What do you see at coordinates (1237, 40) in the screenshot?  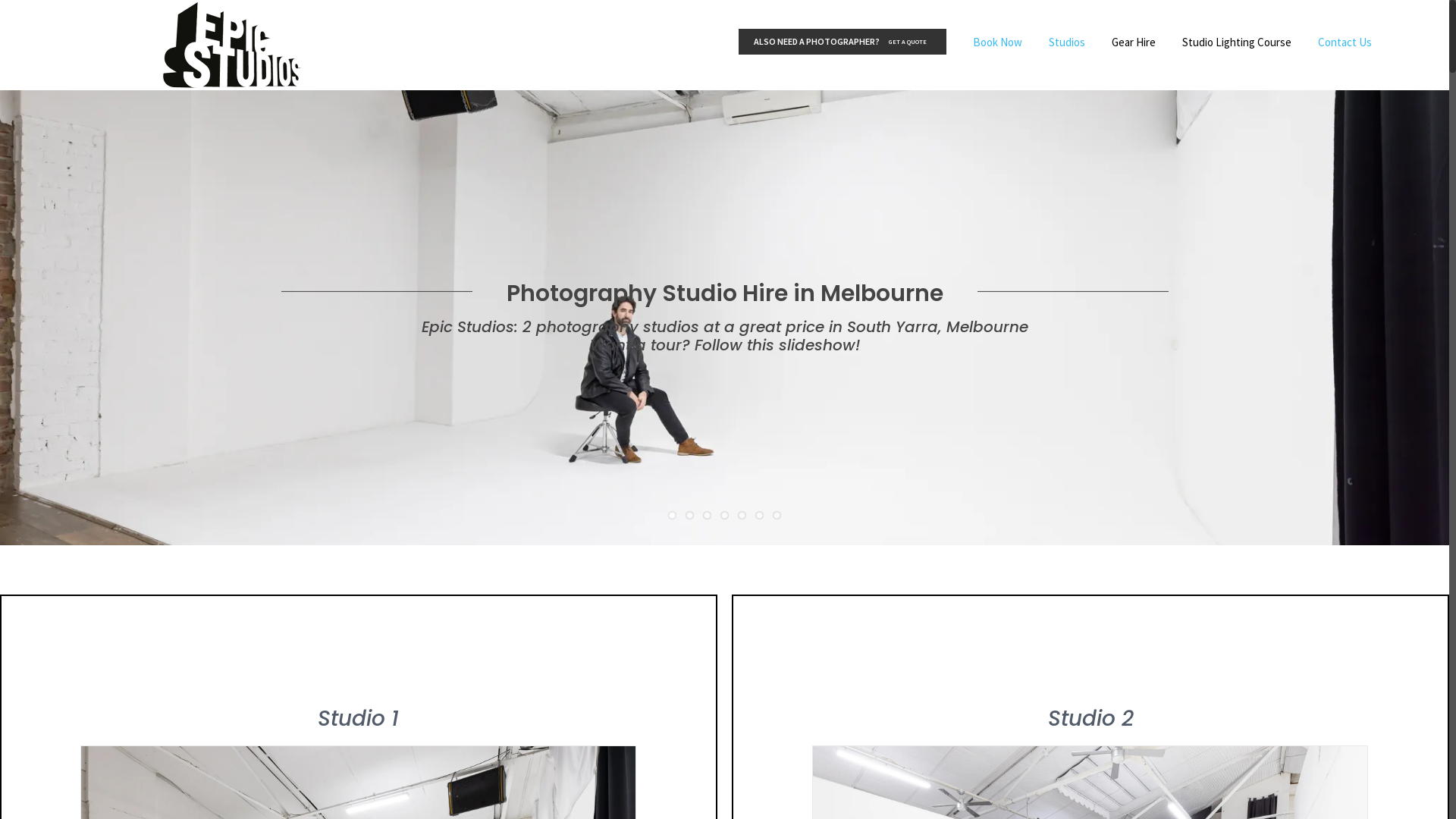 I see `'Studio Lighting Course'` at bounding box center [1237, 40].